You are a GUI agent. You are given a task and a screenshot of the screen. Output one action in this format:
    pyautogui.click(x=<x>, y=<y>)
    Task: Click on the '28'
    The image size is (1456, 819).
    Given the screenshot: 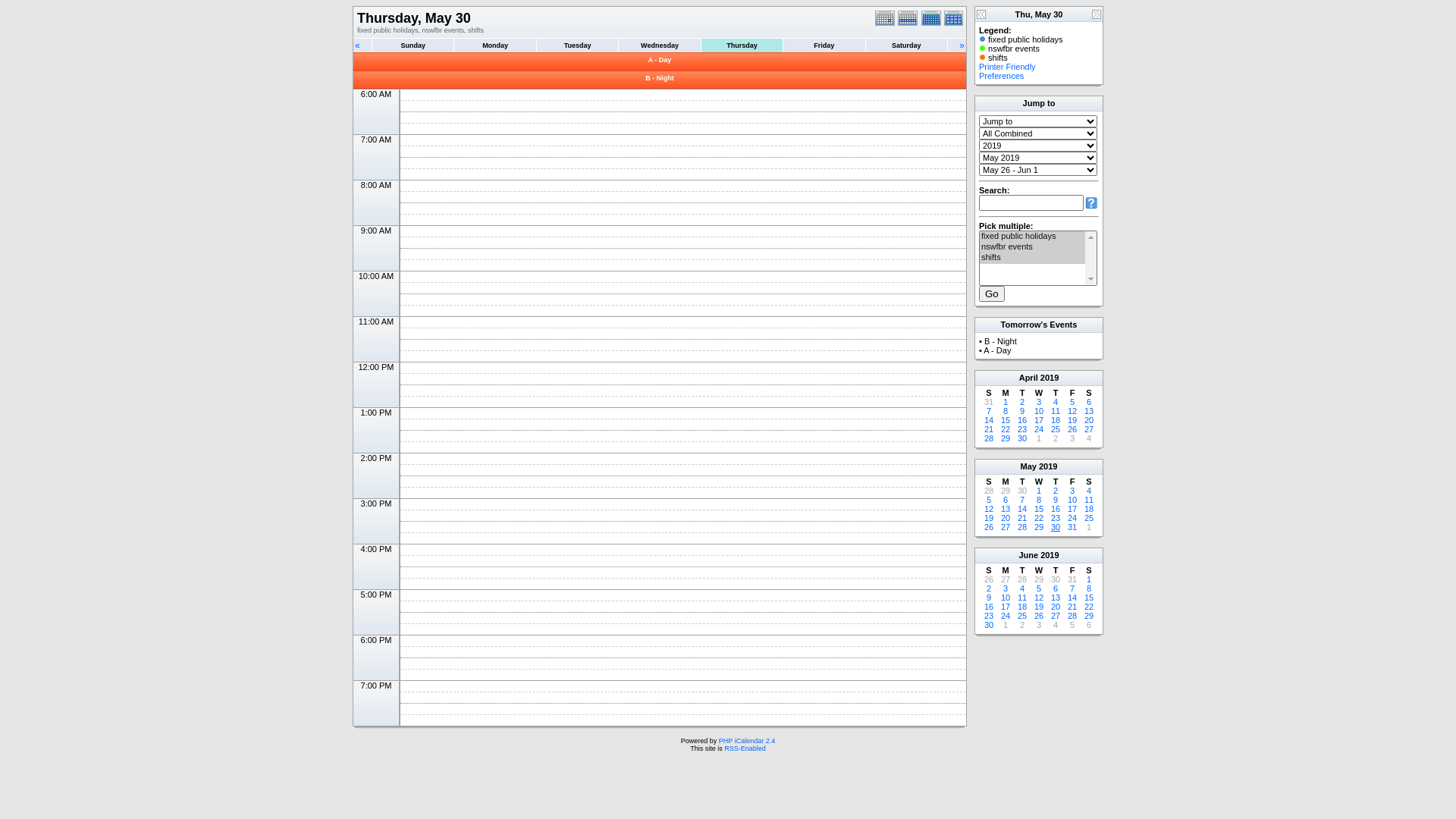 What is the action you would take?
    pyautogui.click(x=989, y=438)
    